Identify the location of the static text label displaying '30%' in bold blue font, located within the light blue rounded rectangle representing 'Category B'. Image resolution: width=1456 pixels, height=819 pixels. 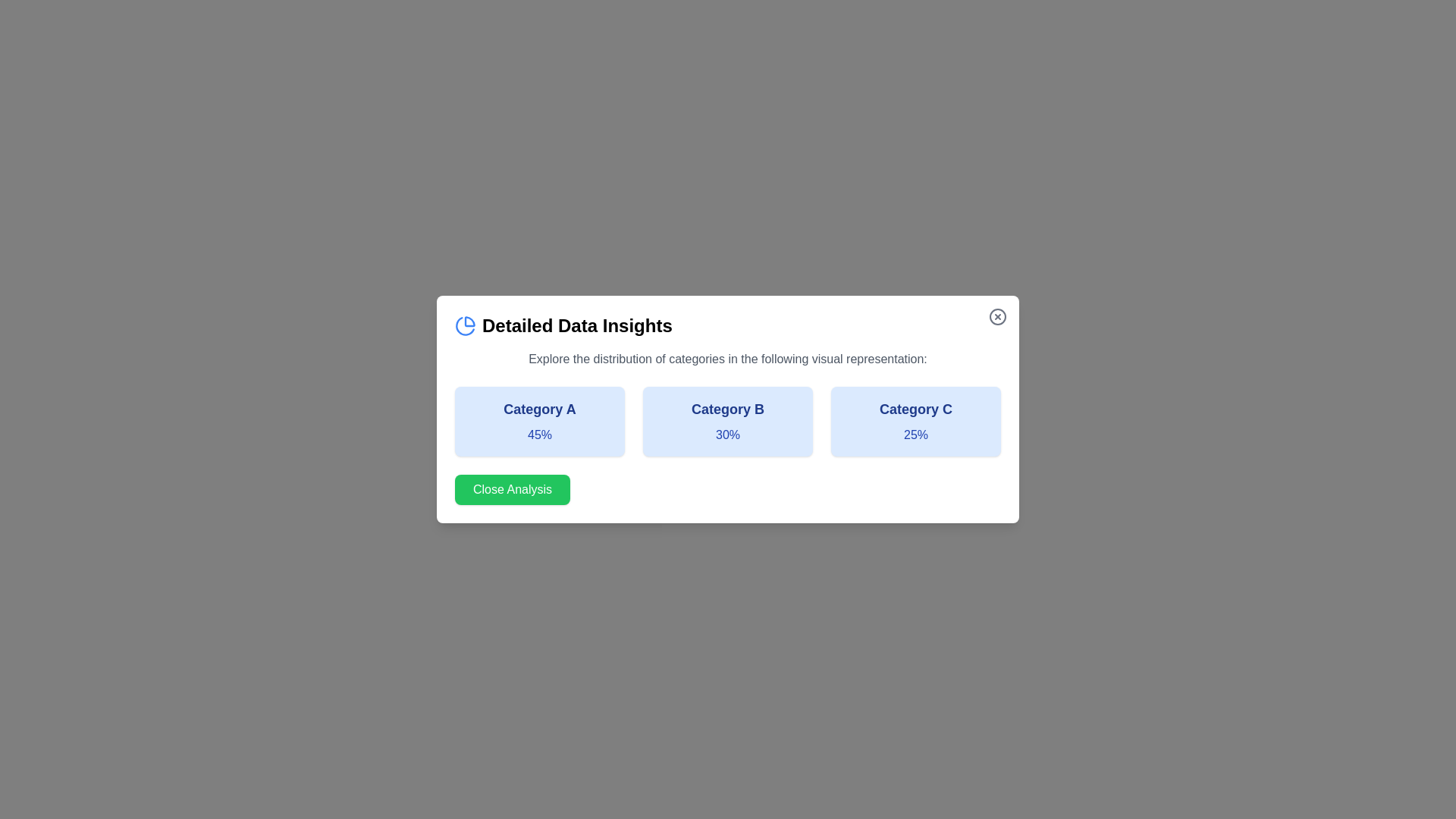
(728, 435).